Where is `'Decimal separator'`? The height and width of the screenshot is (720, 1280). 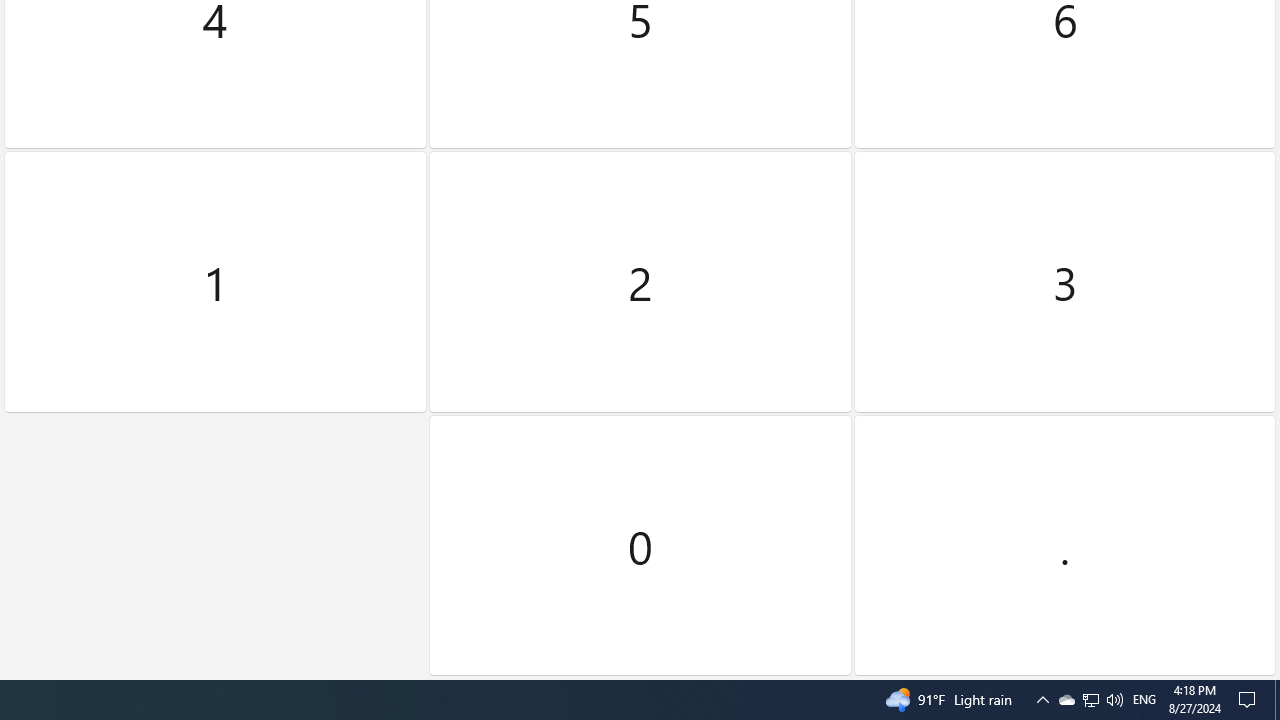
'Decimal separator' is located at coordinates (1063, 545).